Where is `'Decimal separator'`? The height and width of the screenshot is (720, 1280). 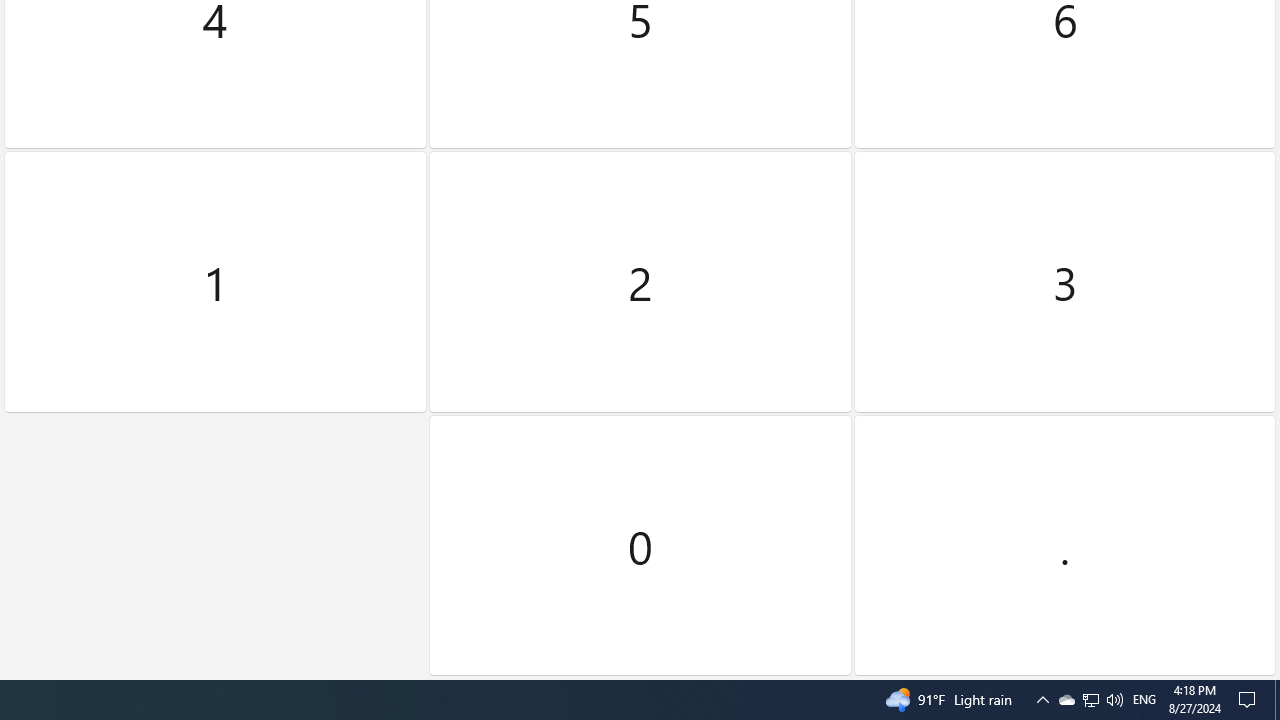
'Decimal separator' is located at coordinates (1063, 545).